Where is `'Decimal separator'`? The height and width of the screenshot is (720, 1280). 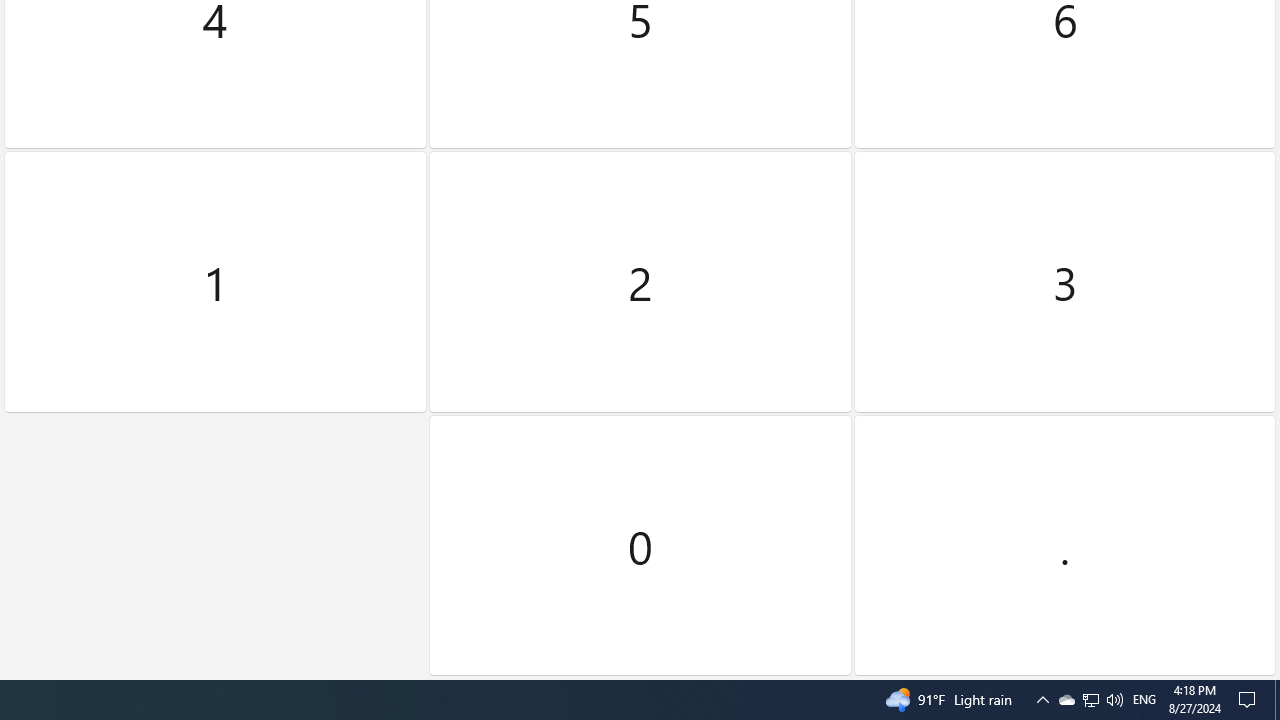
'Decimal separator' is located at coordinates (1063, 545).